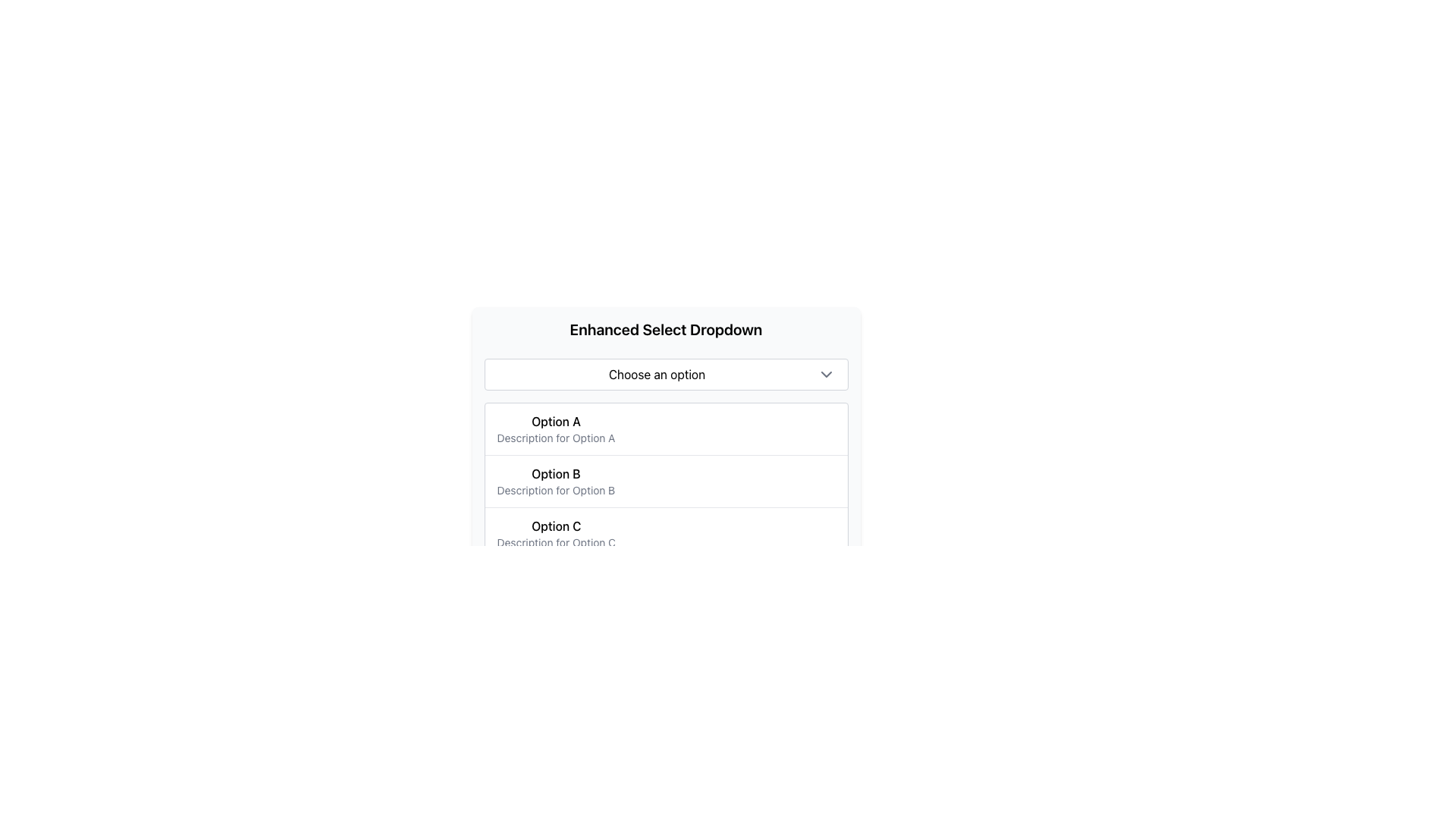 The height and width of the screenshot is (819, 1456). What do you see at coordinates (561, 482) in the screenshot?
I see `the List Item labeled 'Option B' in the dropdown menu` at bounding box center [561, 482].